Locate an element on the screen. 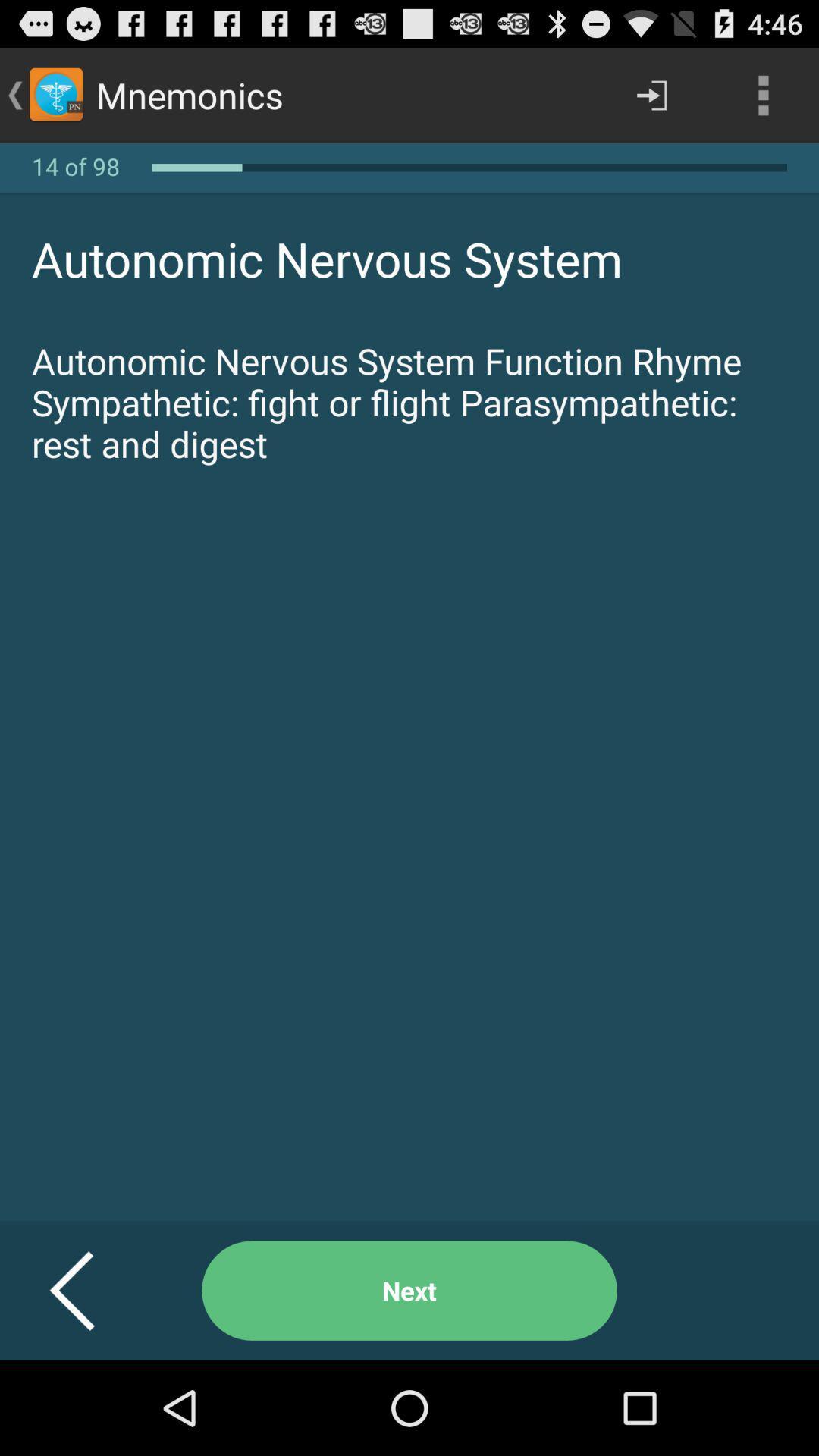  the icon below the autonomic nervous system is located at coordinates (90, 1290).